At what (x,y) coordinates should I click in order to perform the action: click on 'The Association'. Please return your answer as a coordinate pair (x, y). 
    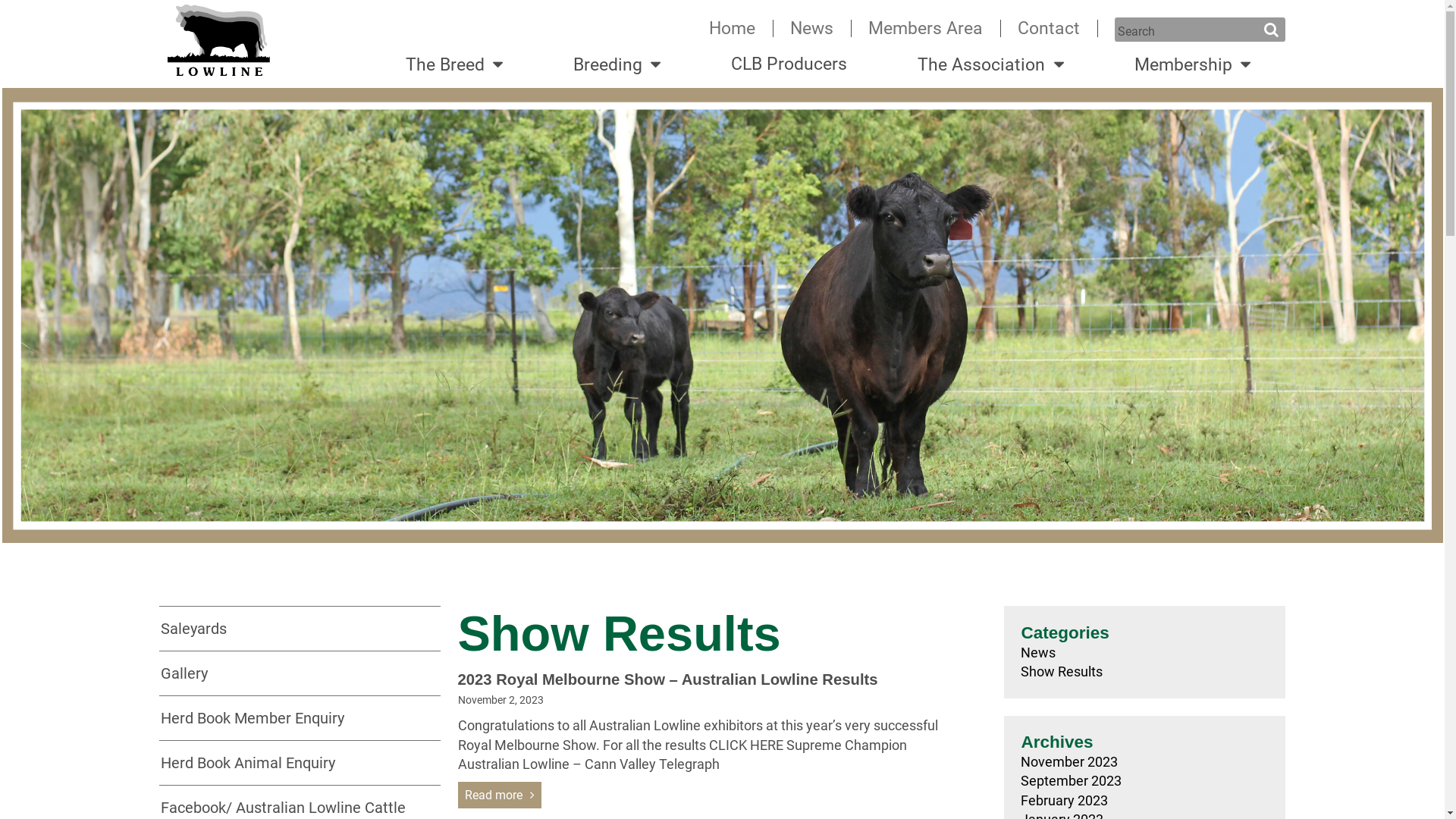
    Looking at the image, I should click on (990, 64).